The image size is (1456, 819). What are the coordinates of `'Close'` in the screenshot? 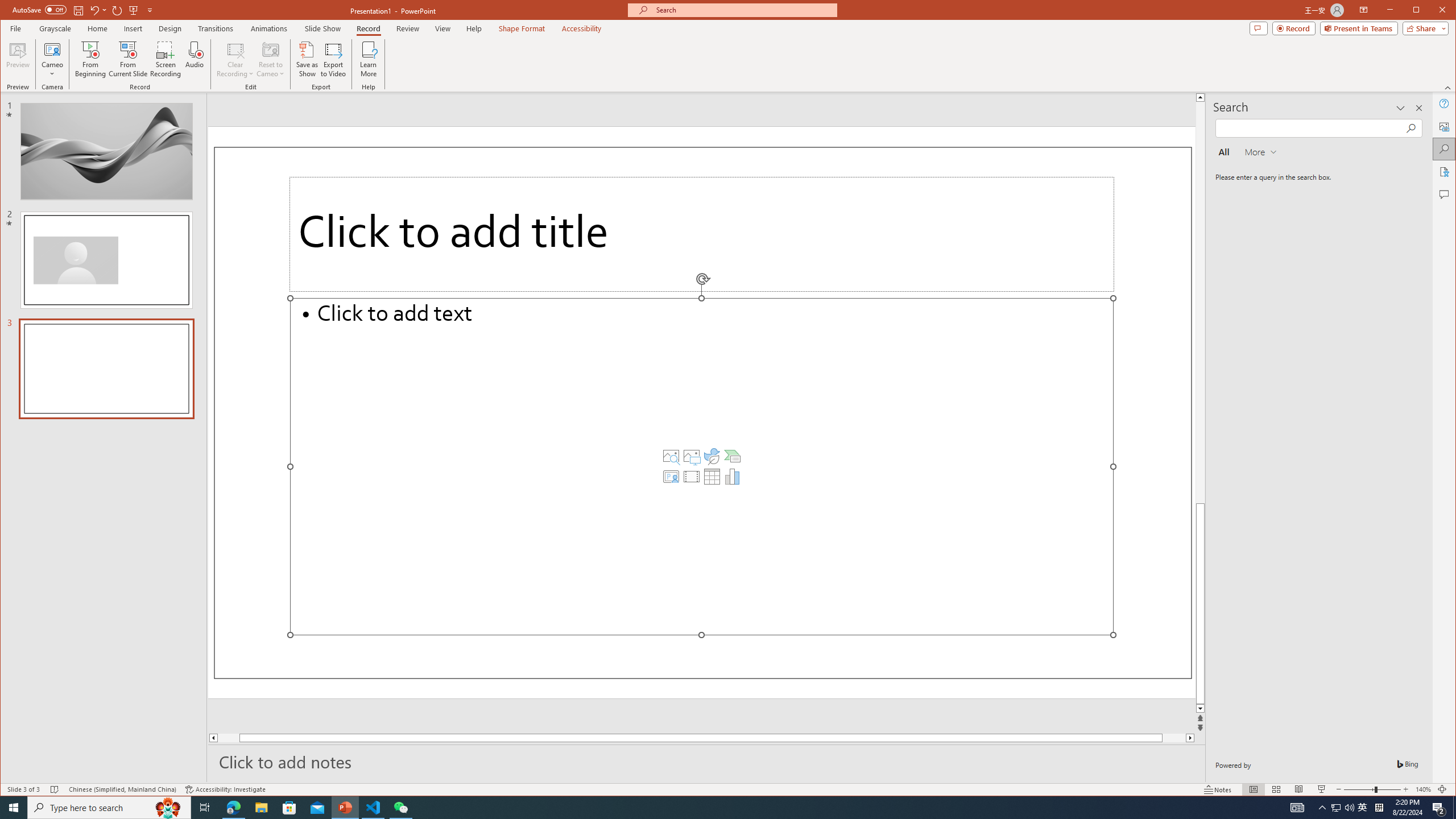 It's located at (1444, 11).